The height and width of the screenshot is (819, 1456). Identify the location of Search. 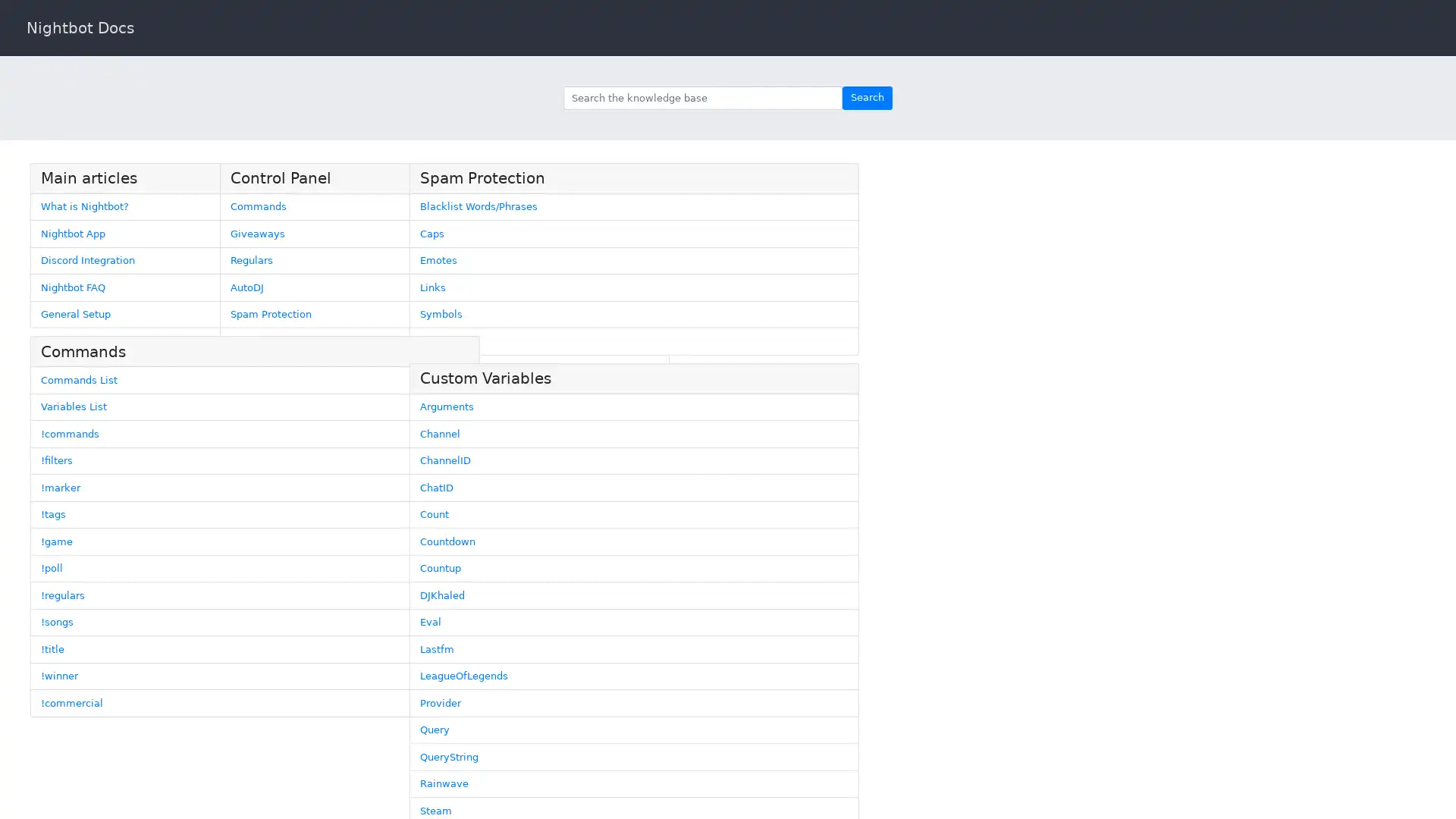
(867, 97).